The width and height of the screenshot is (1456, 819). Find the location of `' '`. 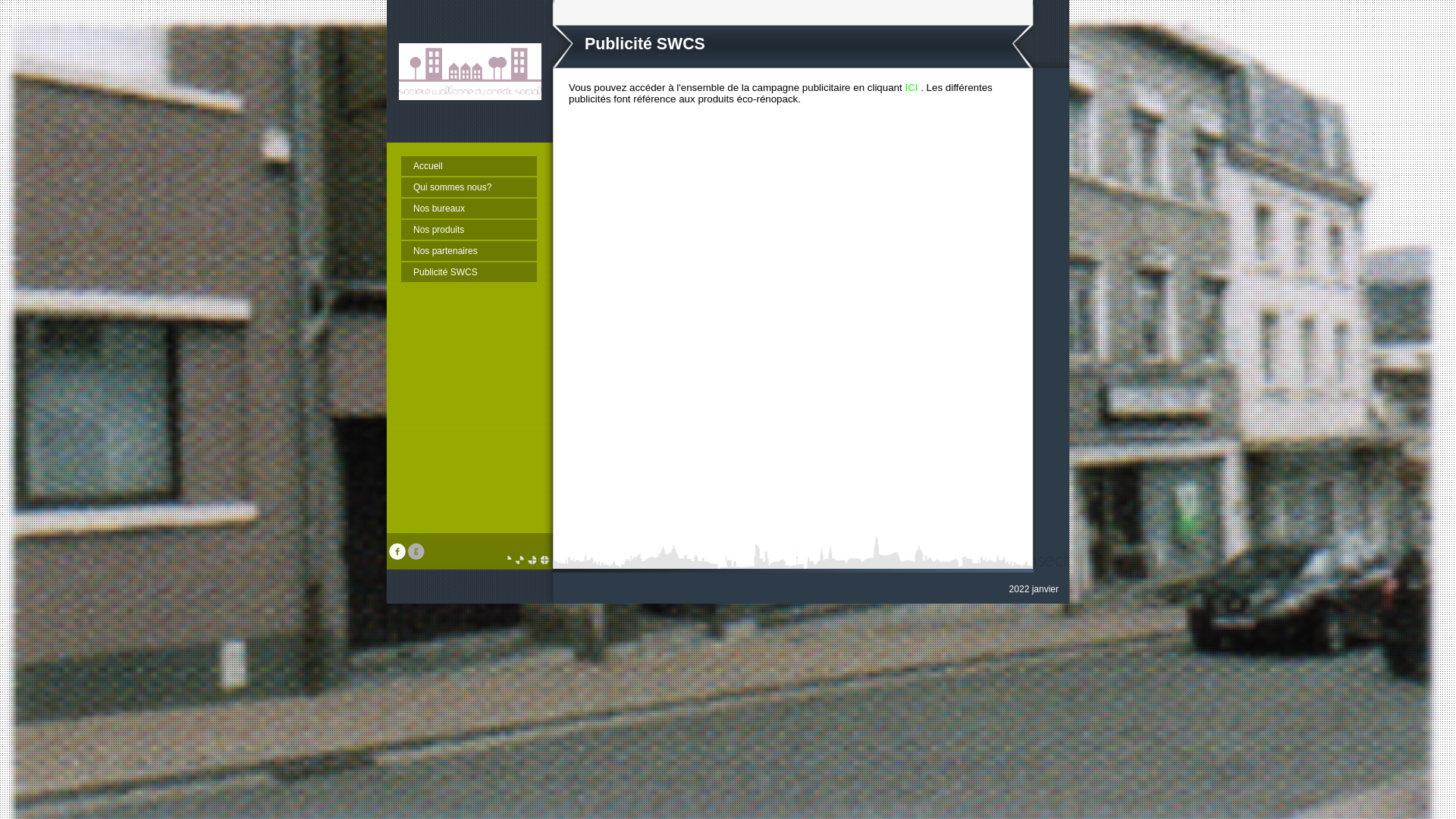

' ' is located at coordinates (399, 556).